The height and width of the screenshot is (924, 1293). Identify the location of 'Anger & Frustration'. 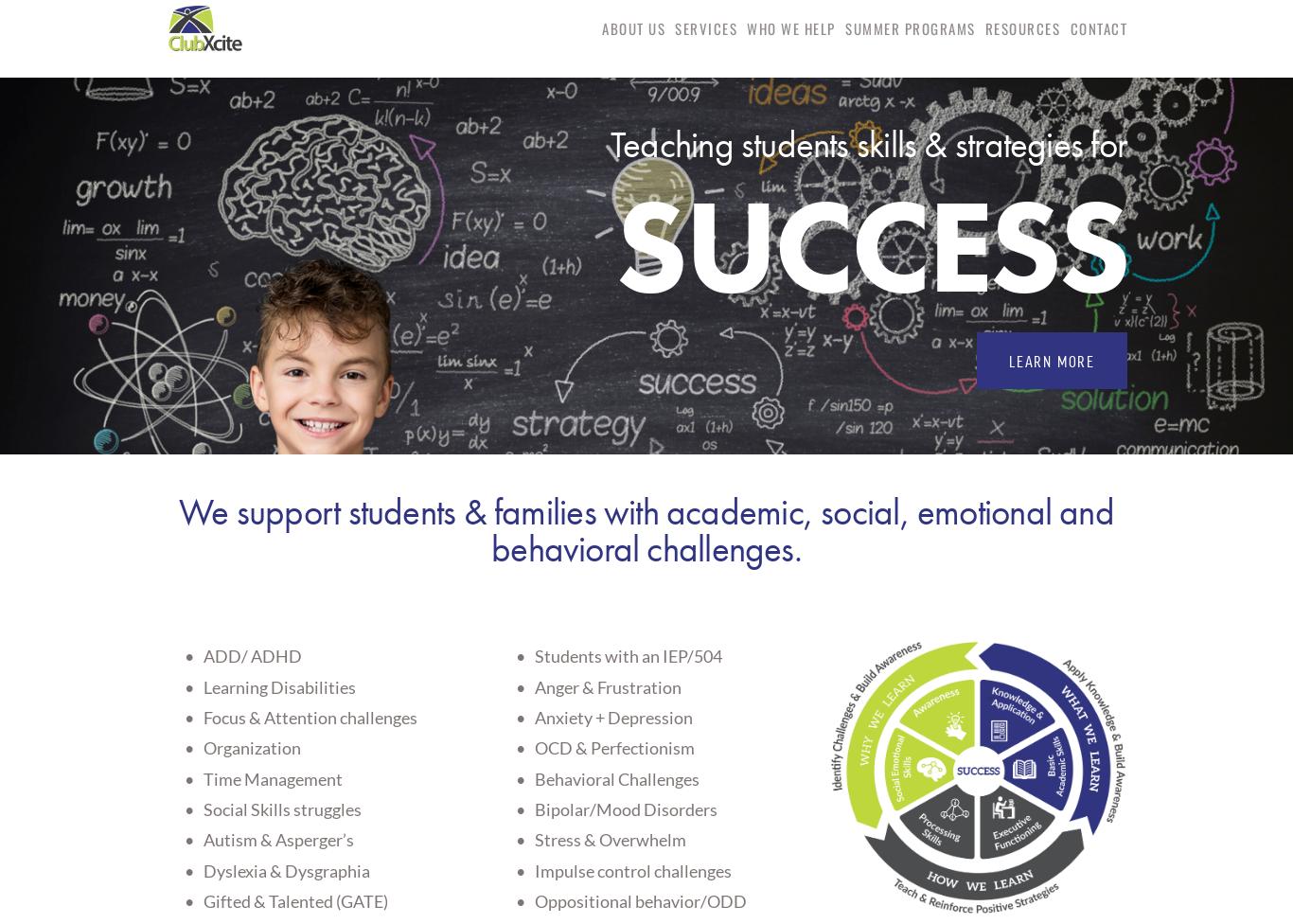
(607, 684).